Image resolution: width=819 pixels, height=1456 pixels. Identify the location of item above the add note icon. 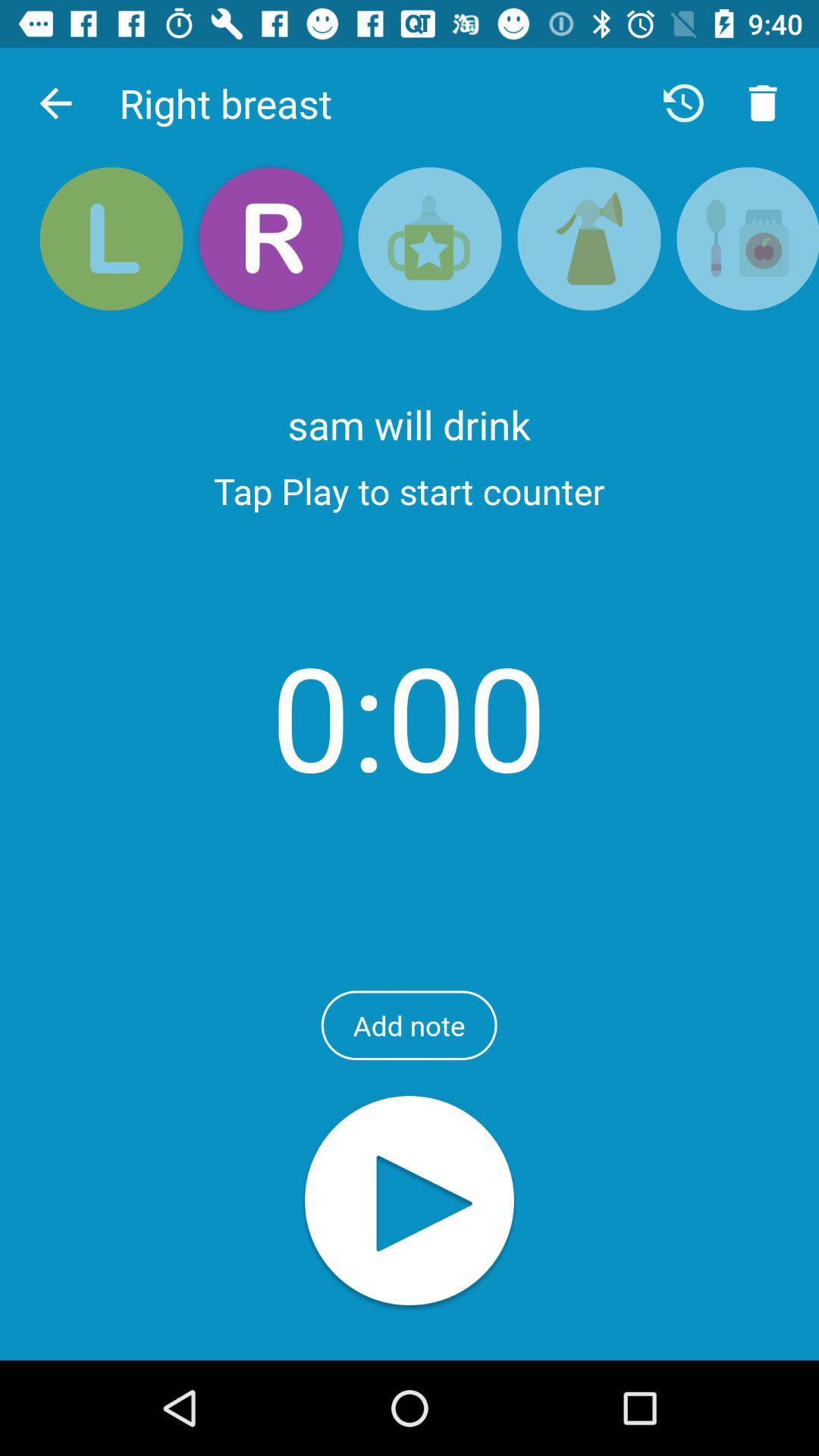
(408, 715).